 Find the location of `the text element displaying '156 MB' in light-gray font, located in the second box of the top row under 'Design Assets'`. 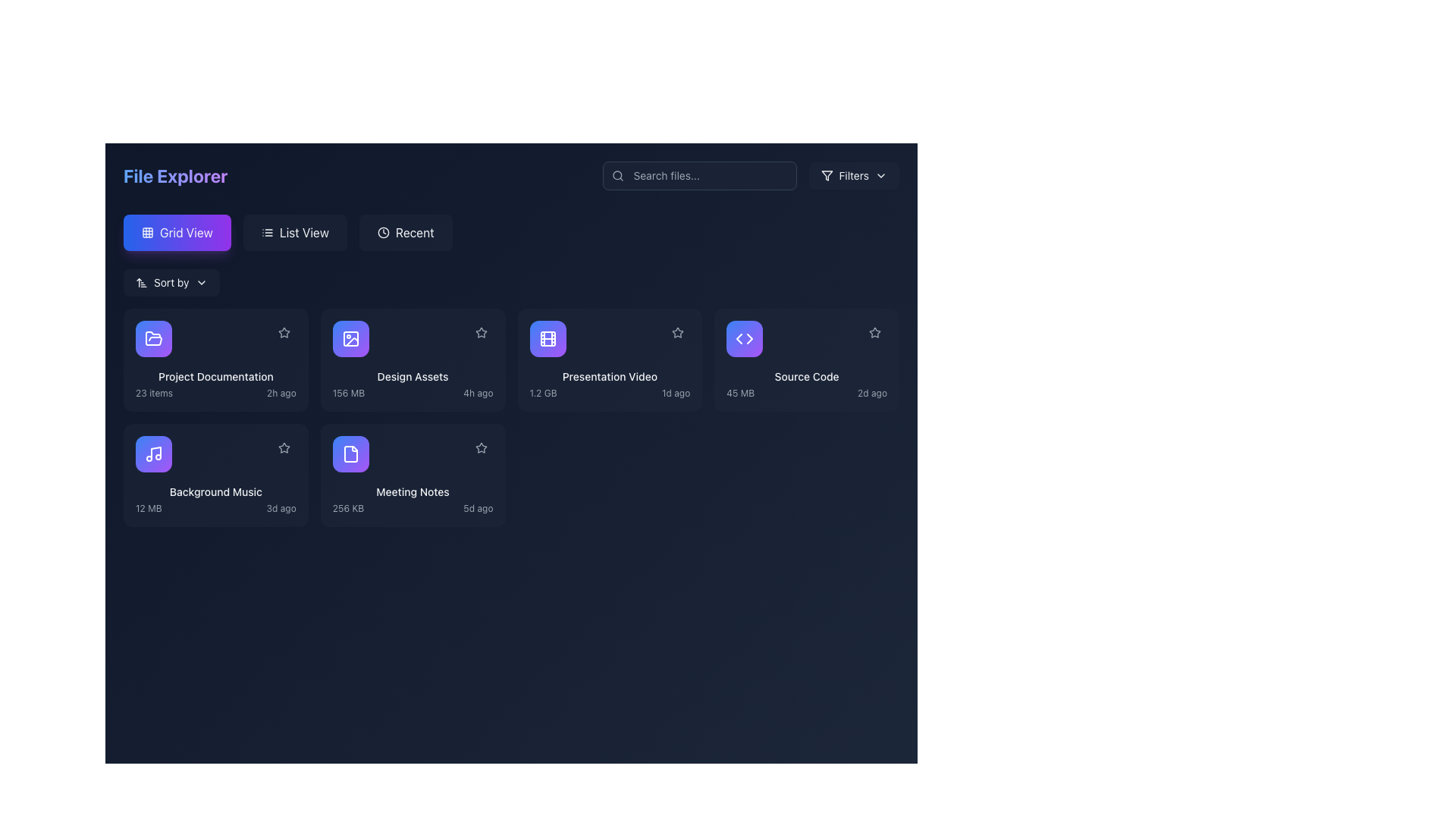

the text element displaying '156 MB' in light-gray font, located in the second box of the top row under 'Design Assets' is located at coordinates (348, 393).